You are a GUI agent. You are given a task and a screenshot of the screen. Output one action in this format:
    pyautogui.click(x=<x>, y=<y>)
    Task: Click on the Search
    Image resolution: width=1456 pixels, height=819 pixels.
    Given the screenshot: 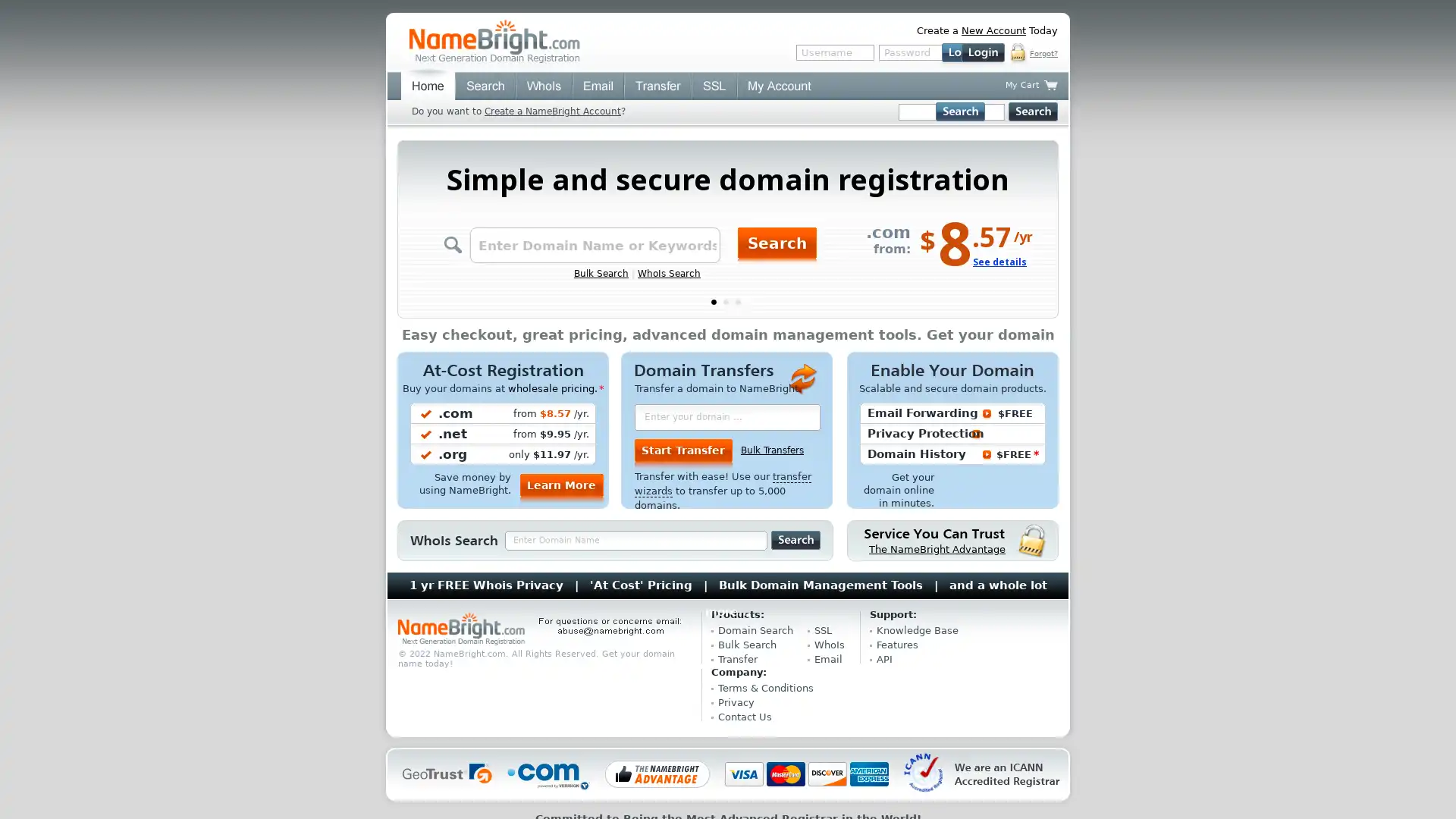 What is the action you would take?
    pyautogui.click(x=777, y=245)
    